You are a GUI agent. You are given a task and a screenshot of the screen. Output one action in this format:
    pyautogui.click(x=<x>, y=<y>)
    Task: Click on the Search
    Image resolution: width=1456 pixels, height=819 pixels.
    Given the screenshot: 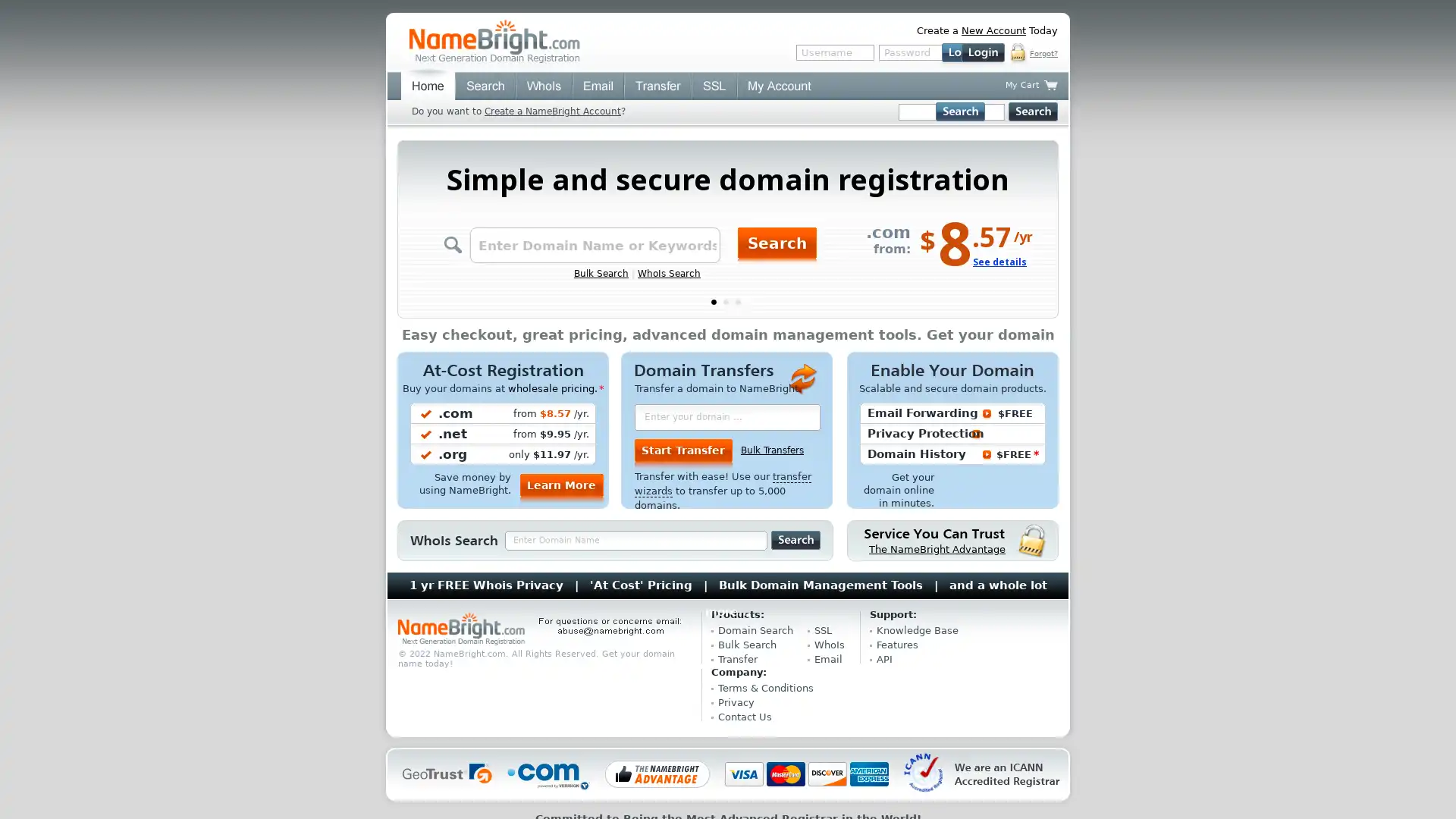 What is the action you would take?
    pyautogui.click(x=777, y=245)
    